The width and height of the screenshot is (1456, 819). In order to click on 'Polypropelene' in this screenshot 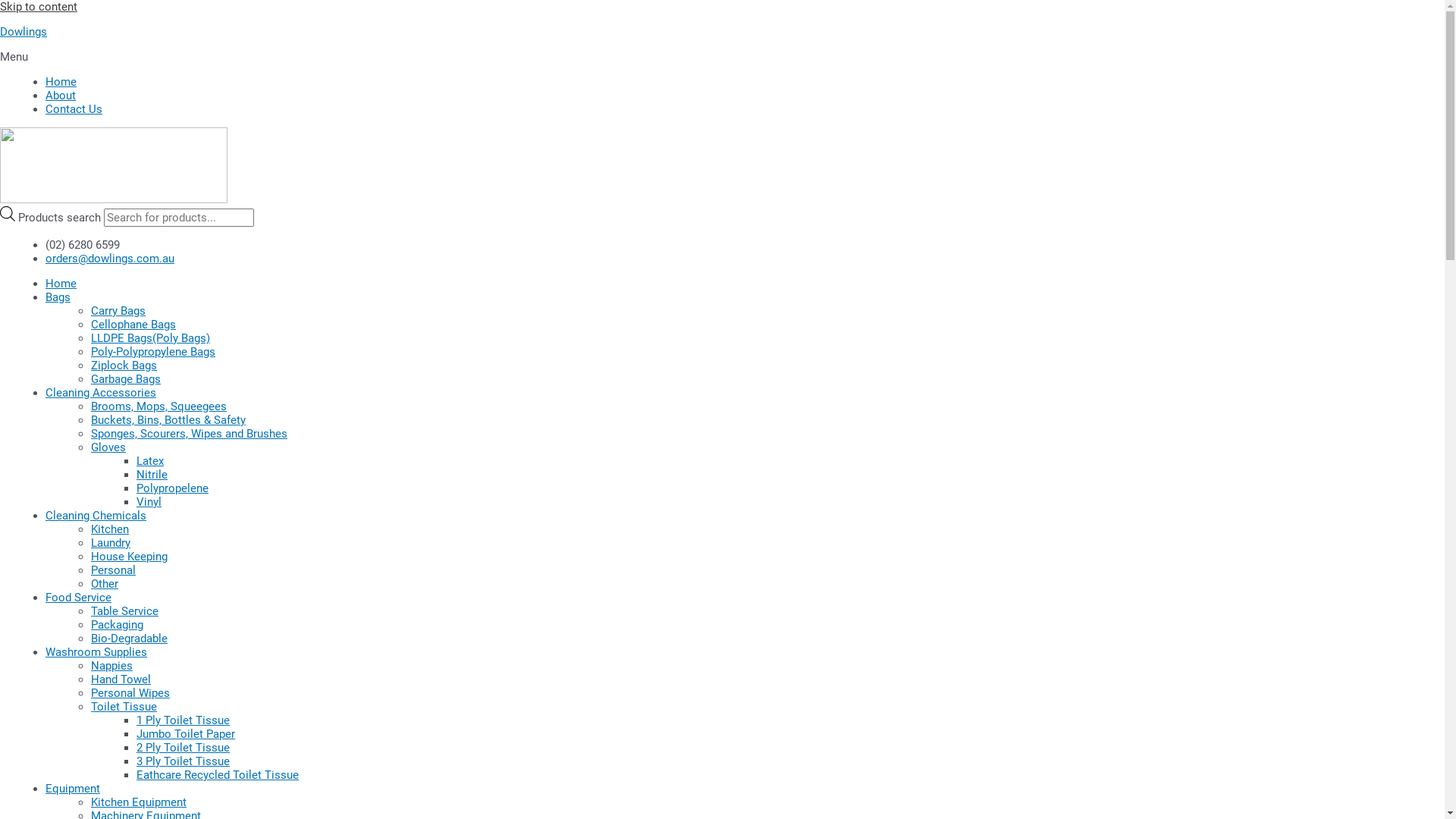, I will do `click(172, 488)`.